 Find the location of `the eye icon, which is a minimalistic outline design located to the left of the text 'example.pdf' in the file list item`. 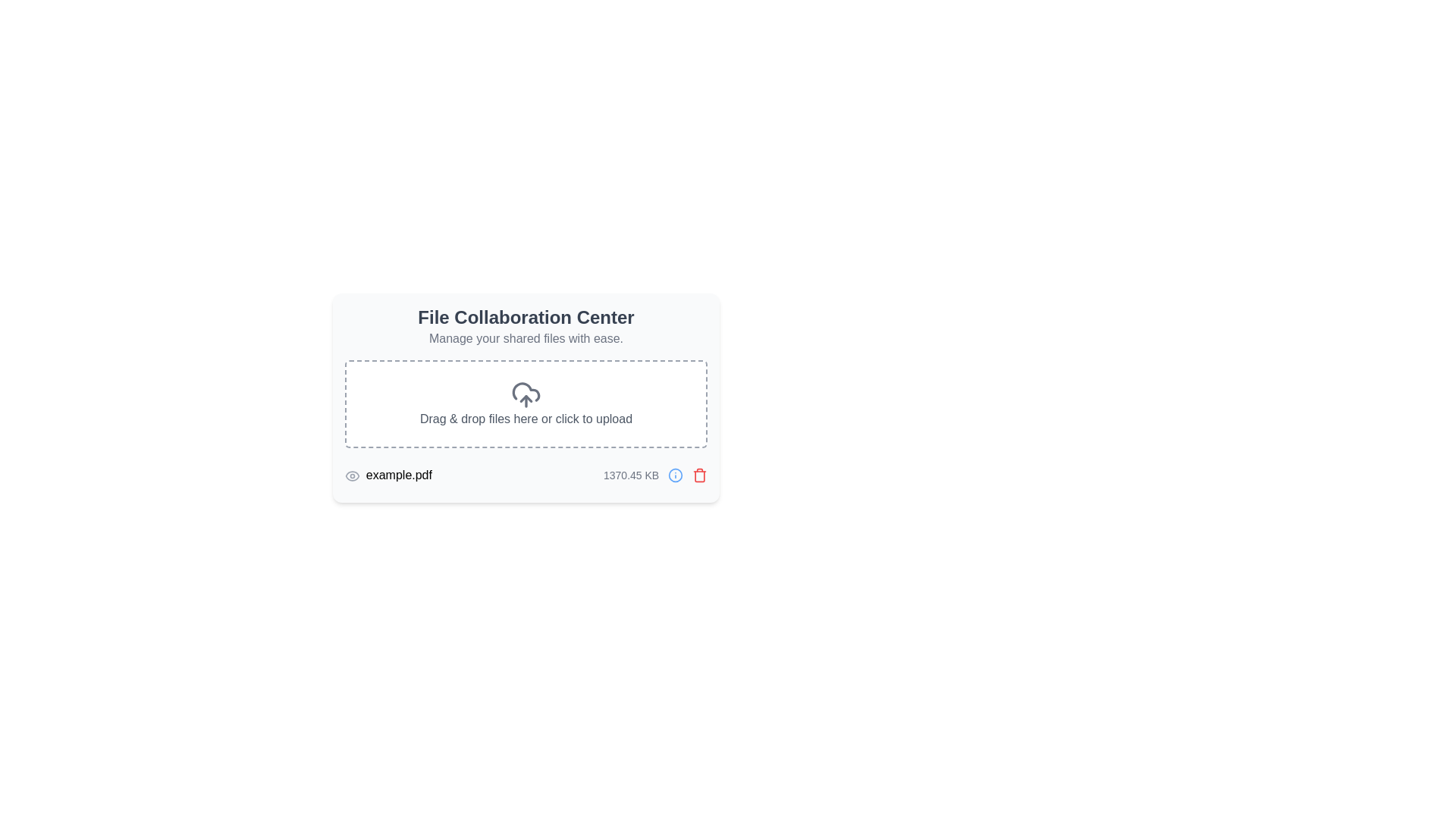

the eye icon, which is a minimalistic outline design located to the left of the text 'example.pdf' in the file list item is located at coordinates (351, 475).